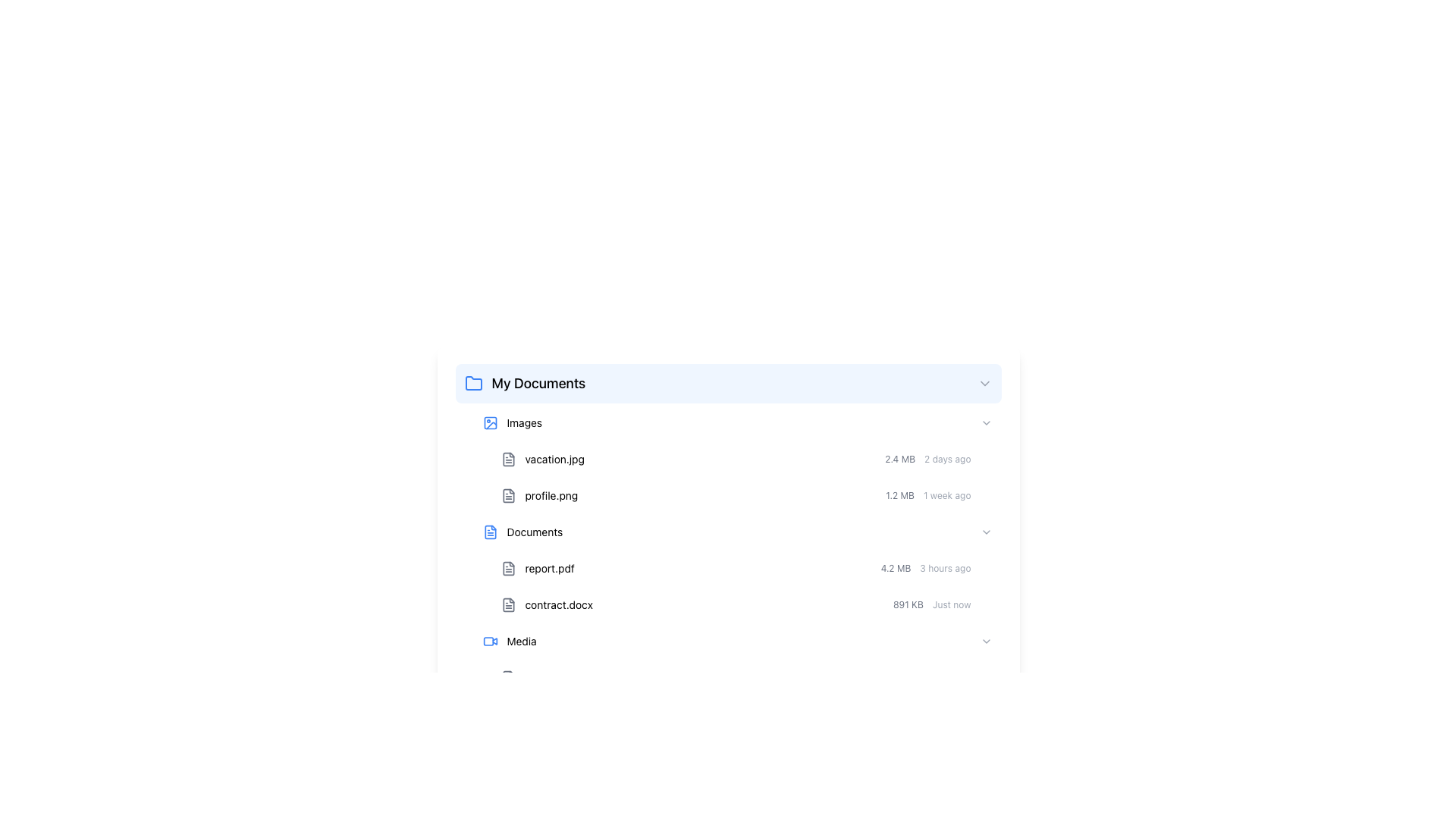  What do you see at coordinates (510, 641) in the screenshot?
I see `the 'Media' text and icon element located at the bottom of the 'Documents' section` at bounding box center [510, 641].